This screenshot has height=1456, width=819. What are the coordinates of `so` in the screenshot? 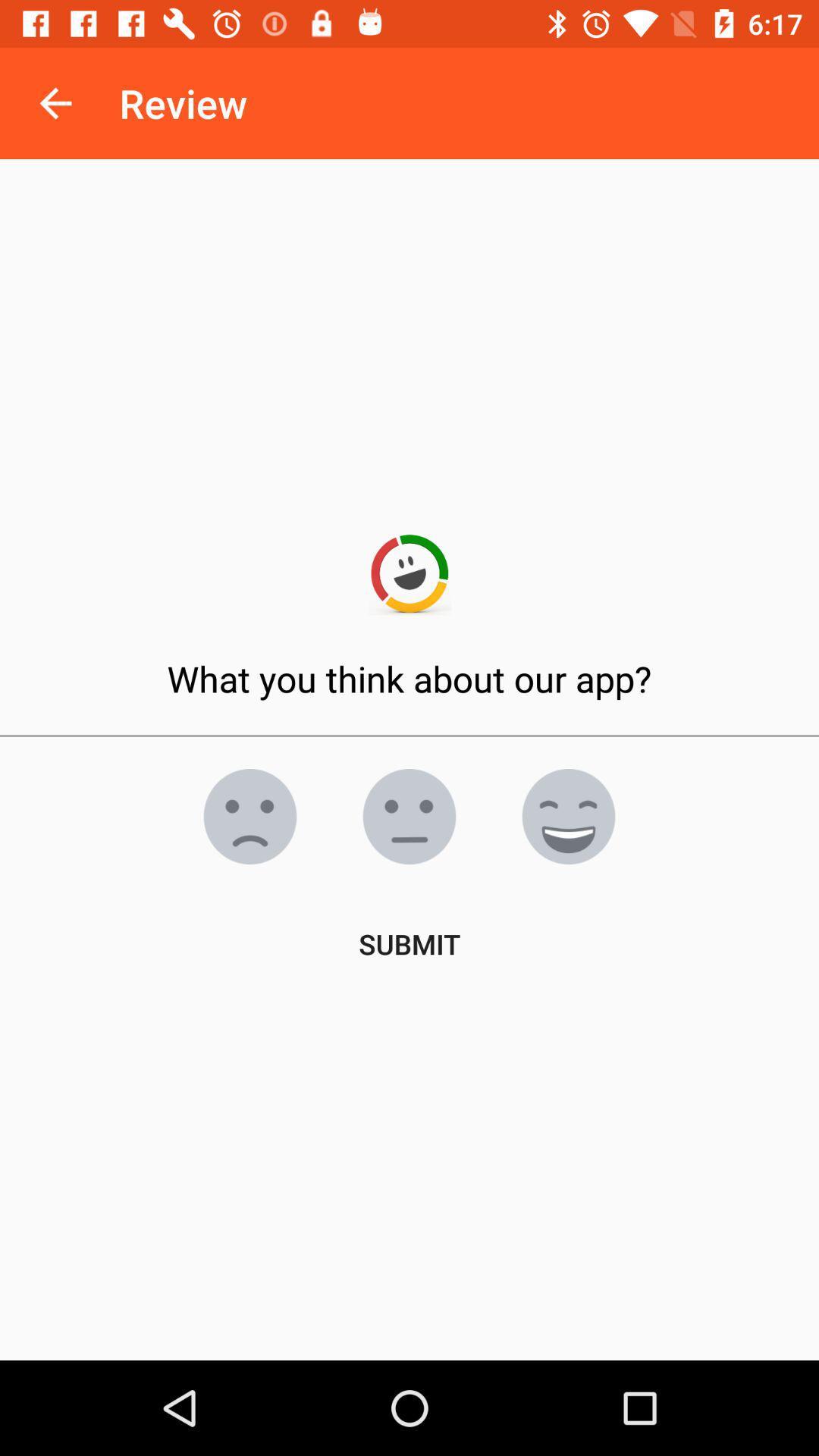 It's located at (568, 815).